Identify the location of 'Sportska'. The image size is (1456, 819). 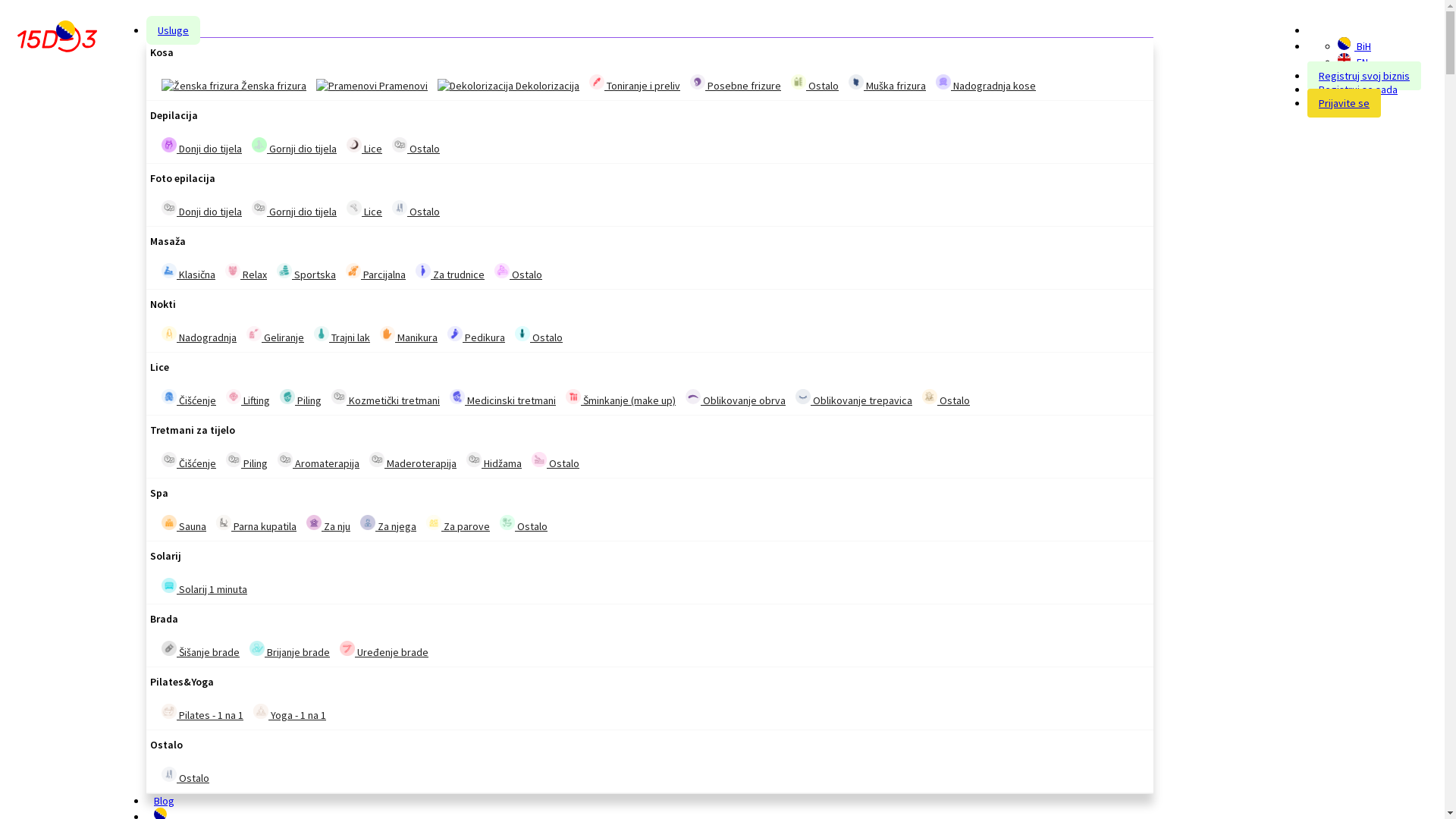
(305, 271).